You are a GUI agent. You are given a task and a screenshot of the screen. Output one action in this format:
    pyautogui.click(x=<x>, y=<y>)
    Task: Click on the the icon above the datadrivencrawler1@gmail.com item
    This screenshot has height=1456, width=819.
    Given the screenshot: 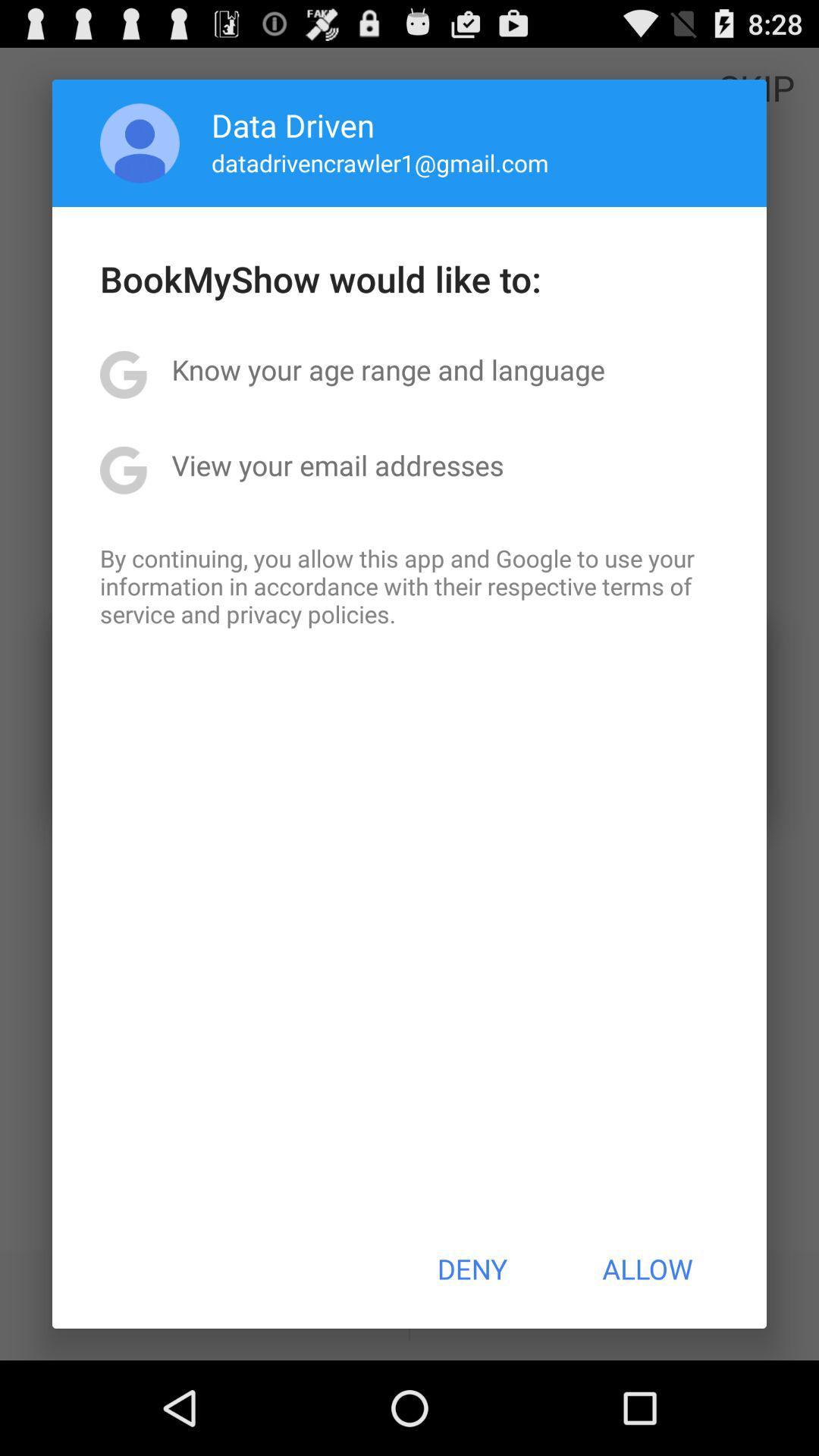 What is the action you would take?
    pyautogui.click(x=293, y=124)
    